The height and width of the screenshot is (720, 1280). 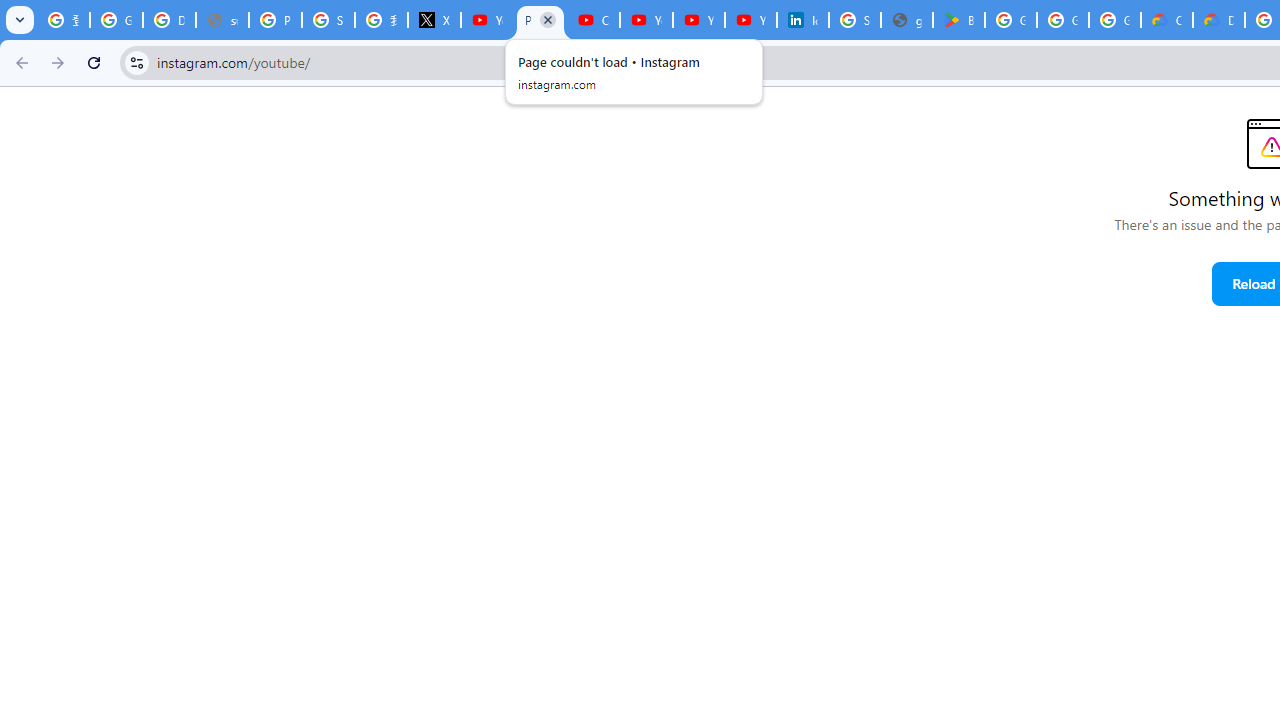 What do you see at coordinates (803, 20) in the screenshot?
I see `'Identity verification via Persona | LinkedIn Help'` at bounding box center [803, 20].